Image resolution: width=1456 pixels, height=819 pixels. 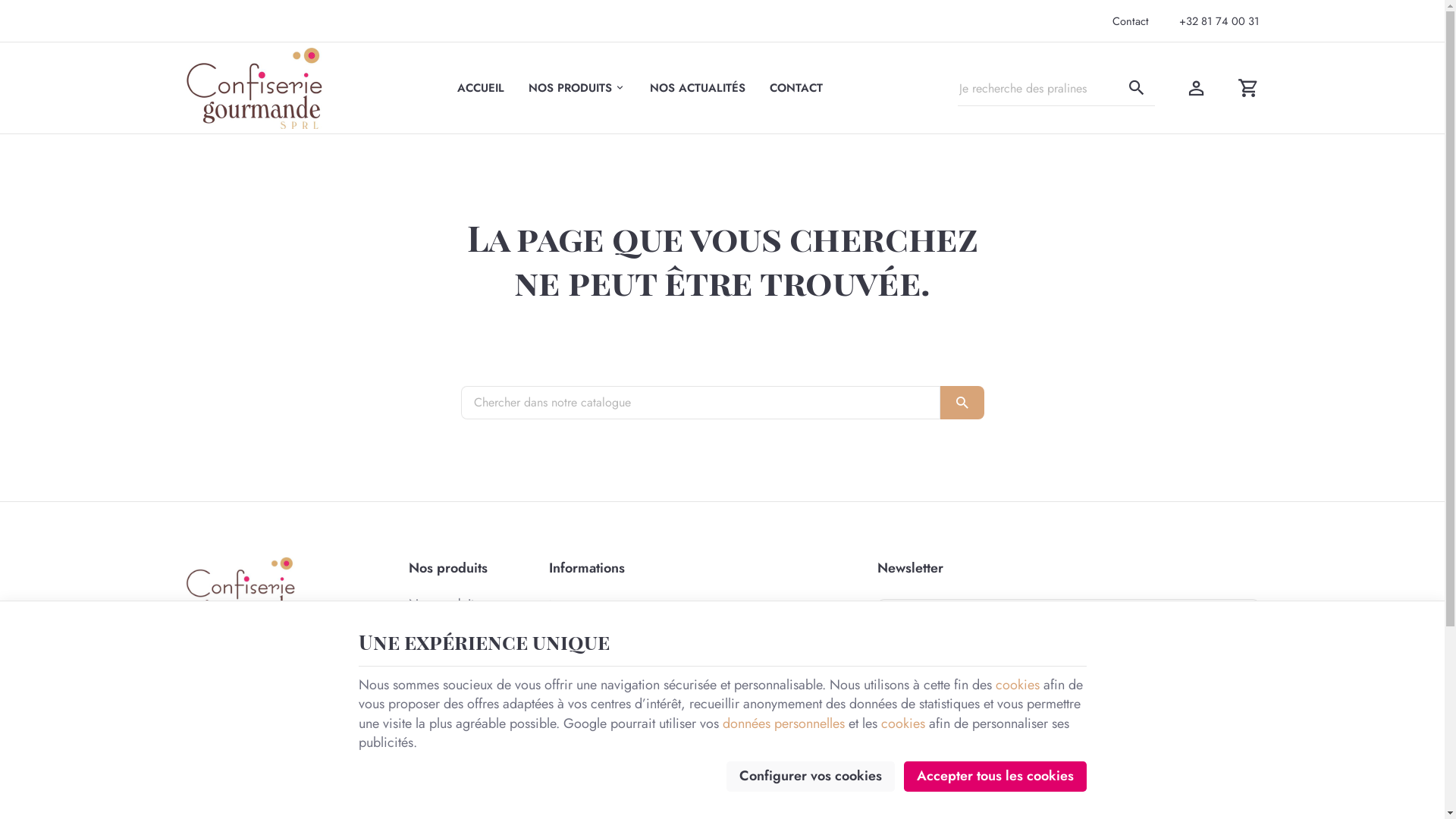 I want to click on 'Voir mon panier', so click(x=1248, y=87).